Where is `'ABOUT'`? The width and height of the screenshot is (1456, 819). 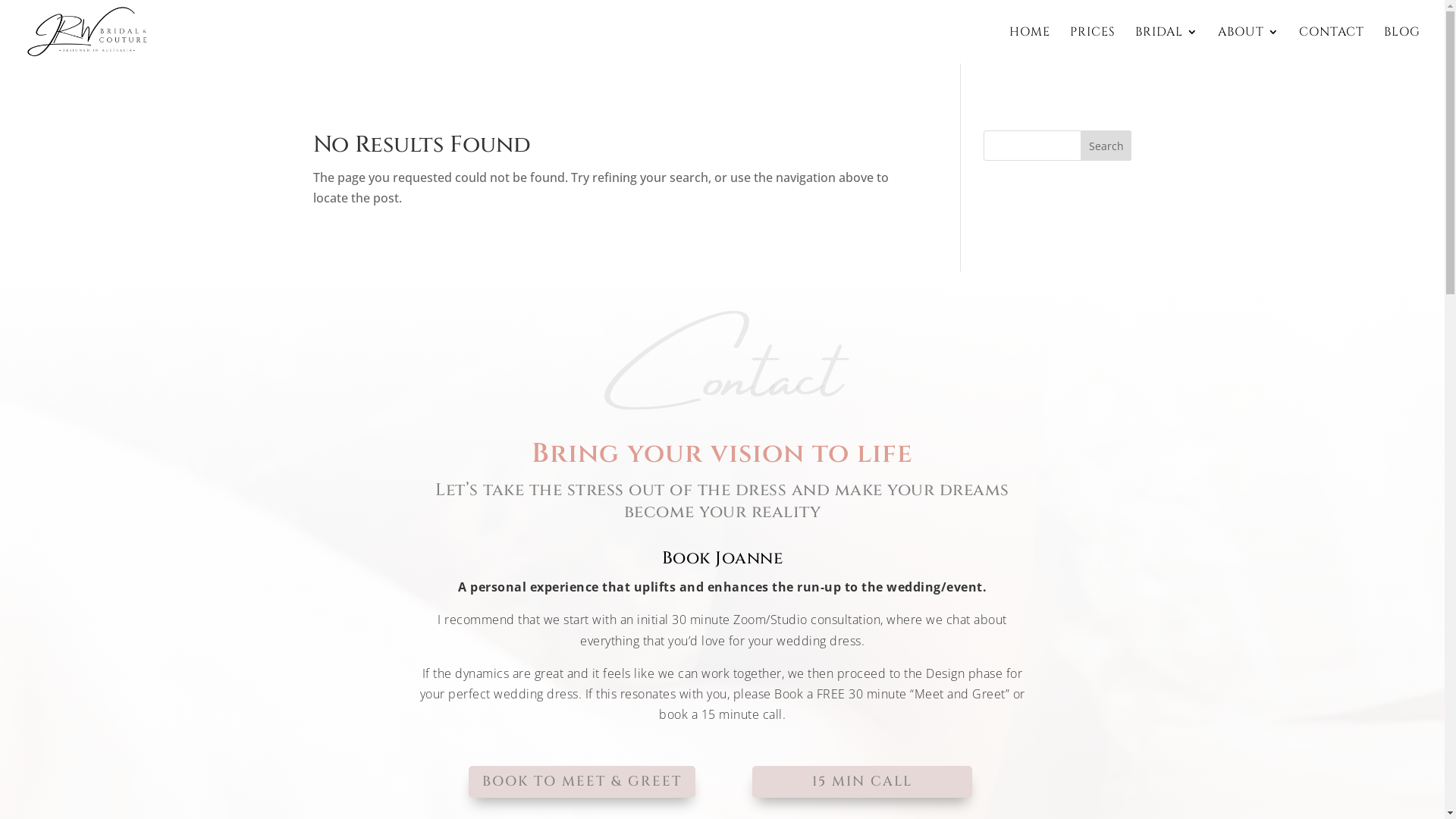 'ABOUT' is located at coordinates (1248, 44).